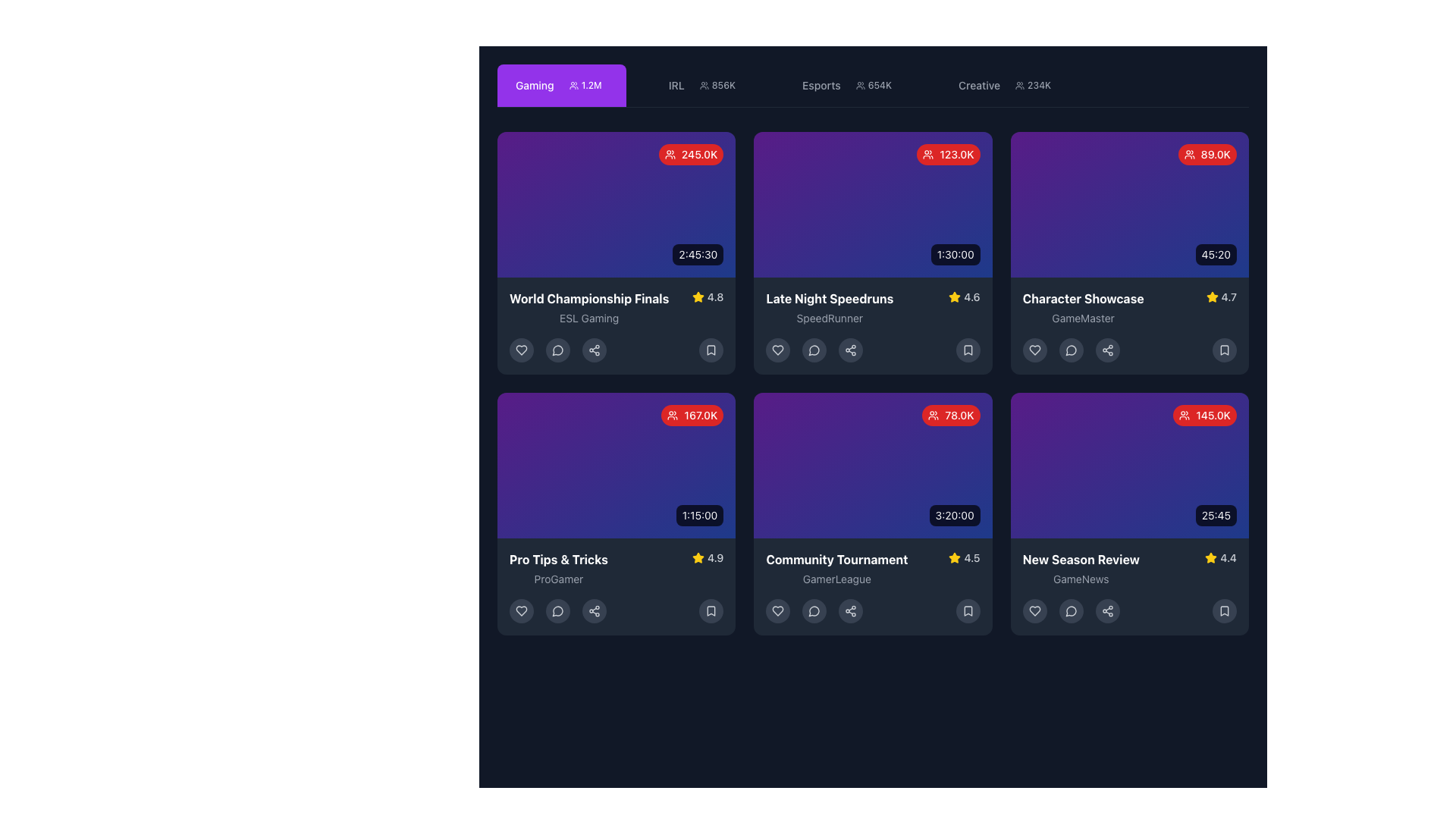 The width and height of the screenshot is (1456, 819). Describe the element at coordinates (1080, 579) in the screenshot. I see `the text label located directly below 'New Season Review' in the bottom-right corner of the card interface` at that location.